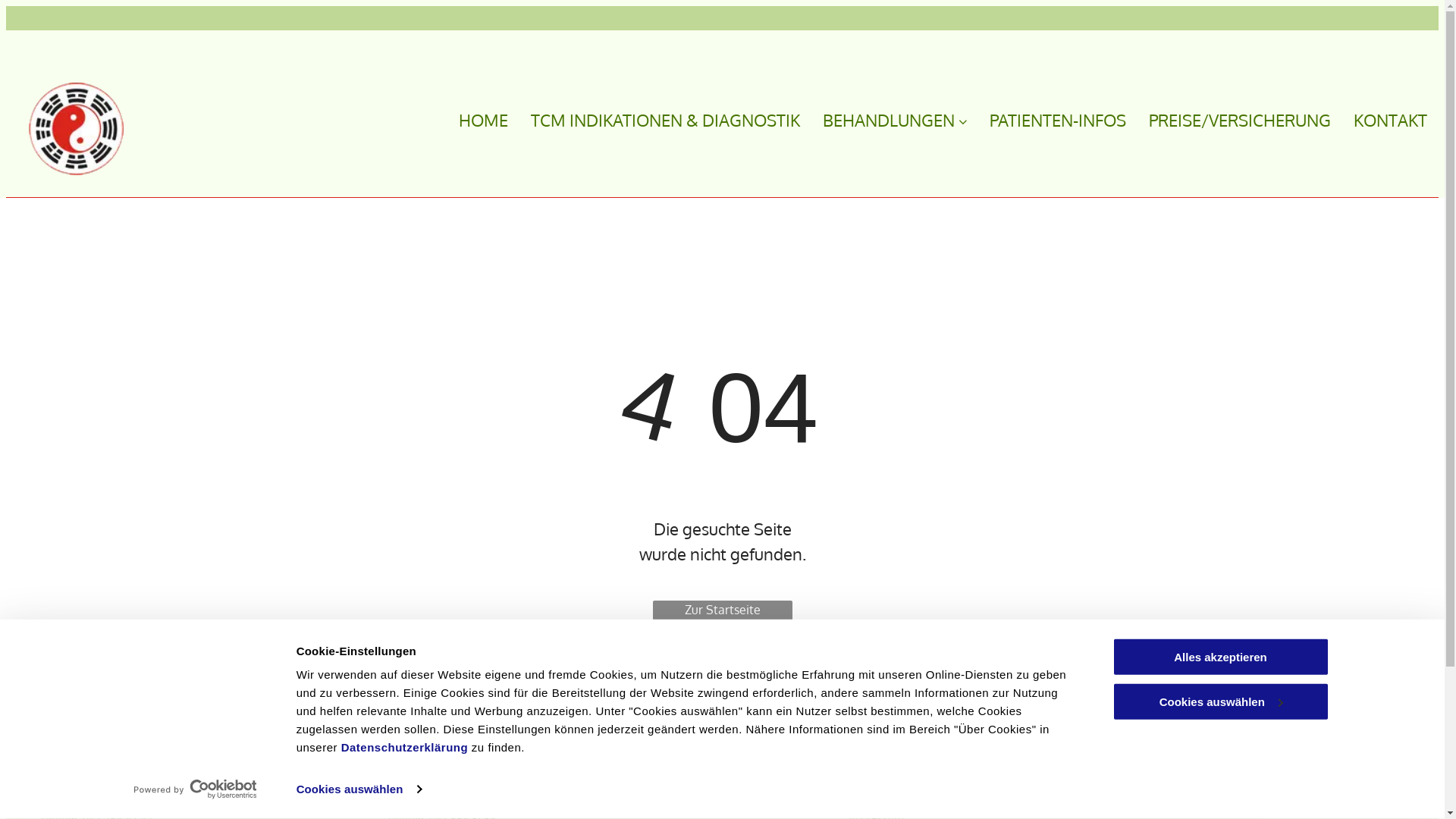 This screenshot has height=819, width=1456. I want to click on 'Alles akzeptieren', so click(1219, 656).